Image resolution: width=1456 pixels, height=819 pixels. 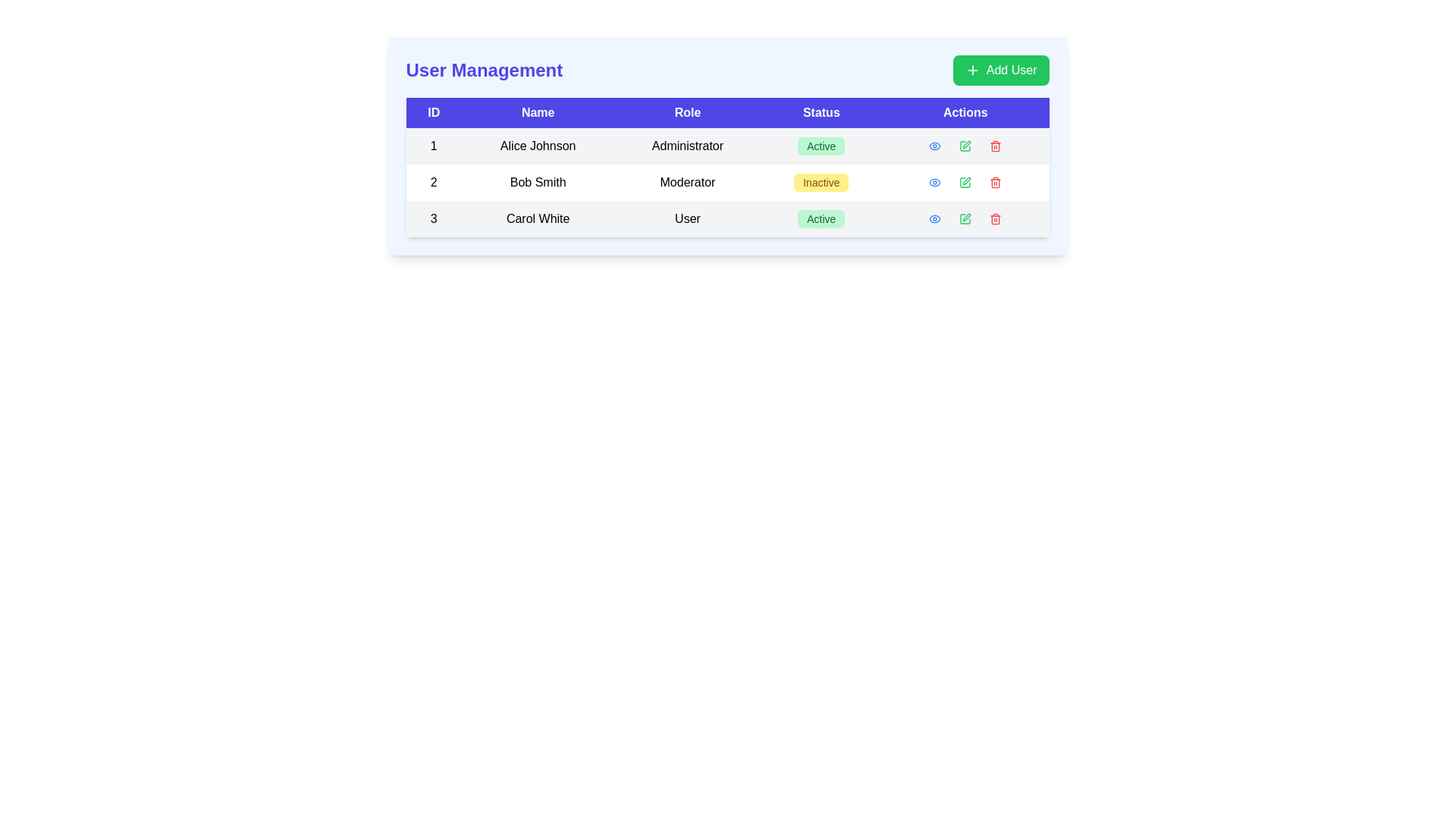 What do you see at coordinates (687, 181) in the screenshot?
I see `the Text label indicating the role assigned to the user 'Bob Smith' in the data table, located in the third column of the second row under the 'Role' header` at bounding box center [687, 181].